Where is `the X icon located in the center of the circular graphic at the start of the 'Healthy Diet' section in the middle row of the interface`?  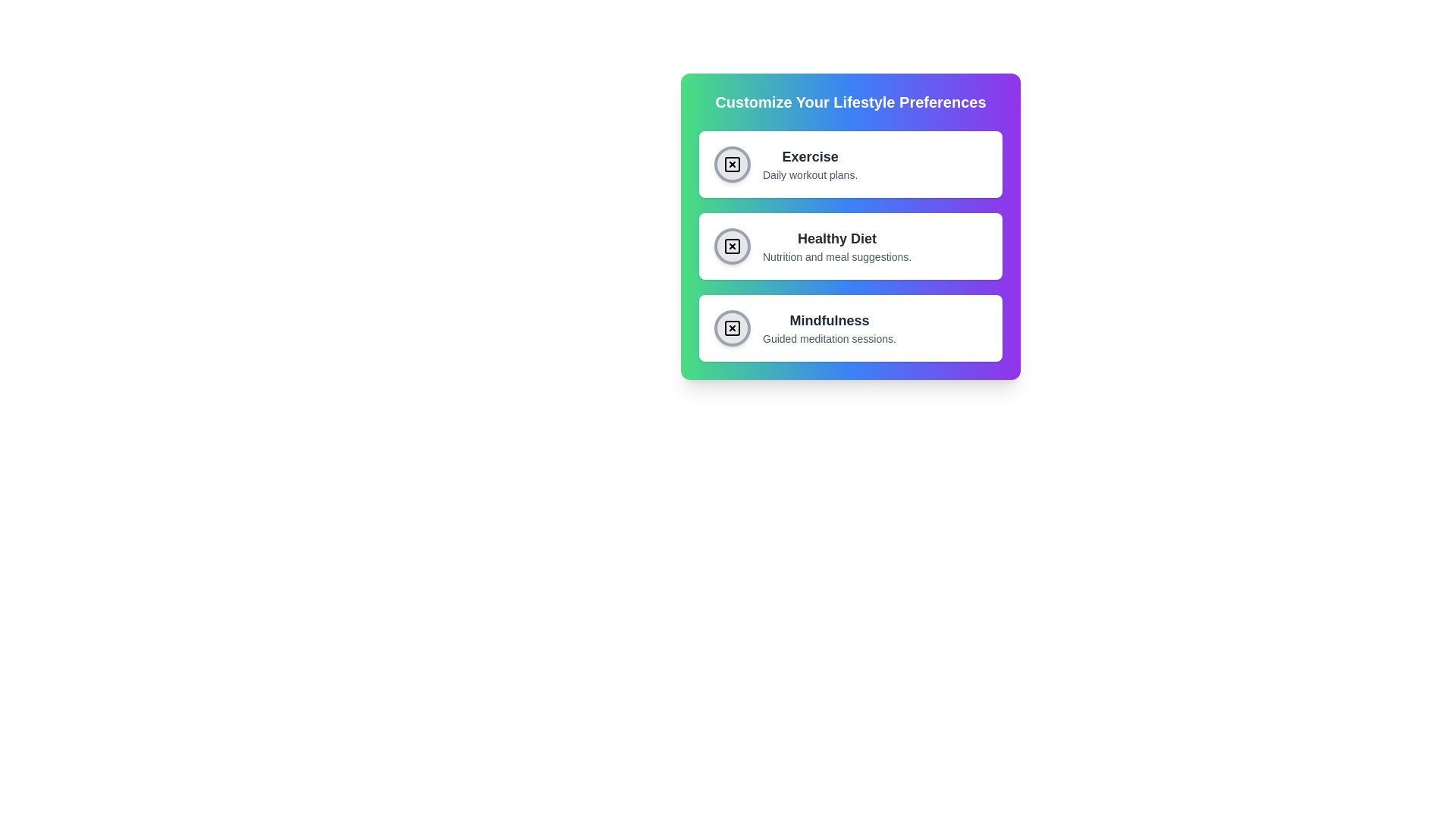
the X icon located in the center of the circular graphic at the start of the 'Healthy Diet' section in the middle row of the interface is located at coordinates (732, 245).